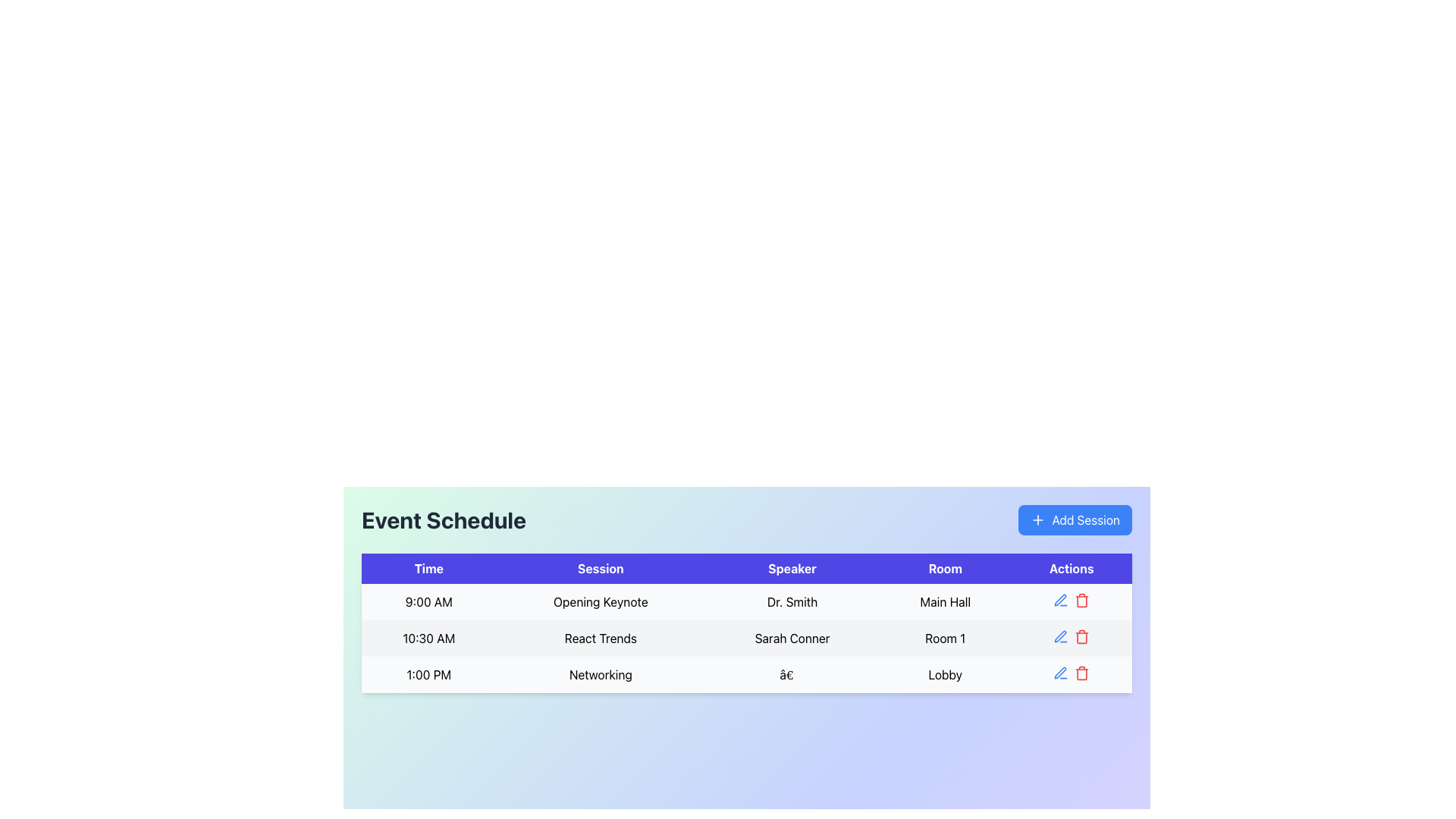 The height and width of the screenshot is (819, 1456). What do you see at coordinates (600, 601) in the screenshot?
I see `the 'Opening Keynote' text label located in the second column of the first row under the 'Session' heading` at bounding box center [600, 601].